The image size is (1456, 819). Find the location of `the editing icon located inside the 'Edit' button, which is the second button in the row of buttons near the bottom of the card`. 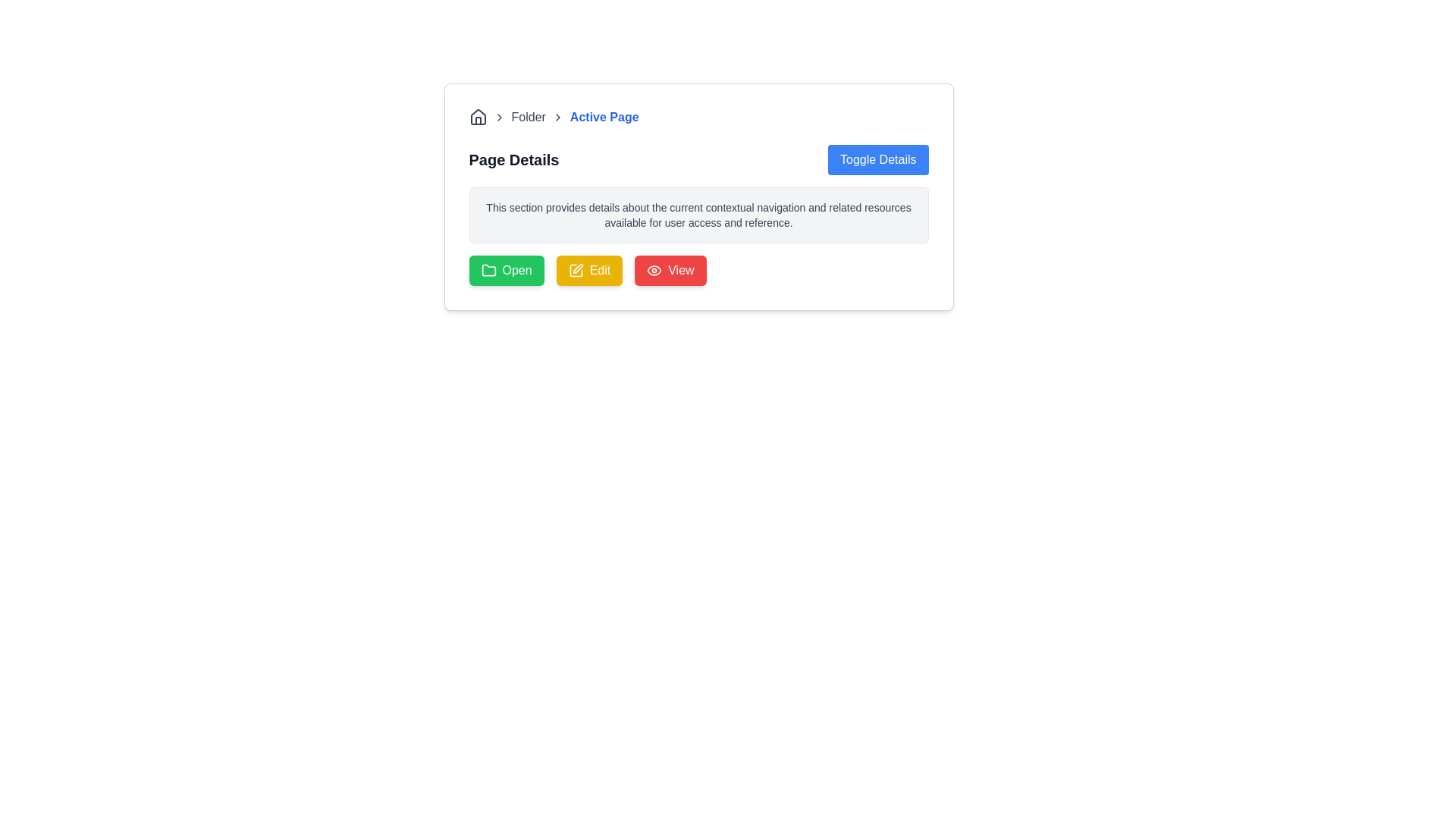

the editing icon located inside the 'Edit' button, which is the second button in the row of buttons near the bottom of the card is located at coordinates (575, 270).